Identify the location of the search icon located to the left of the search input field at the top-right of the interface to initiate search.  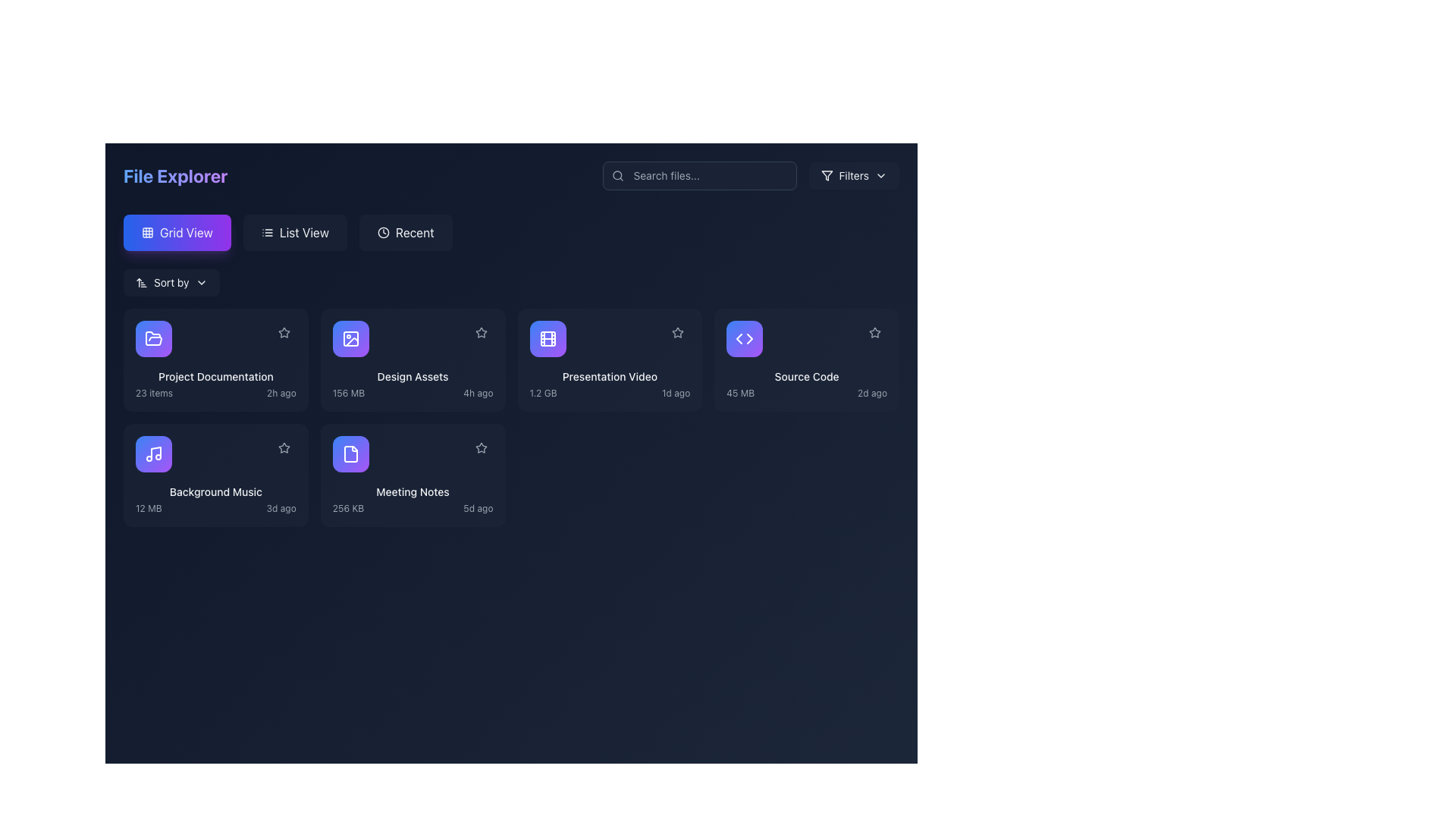
(617, 174).